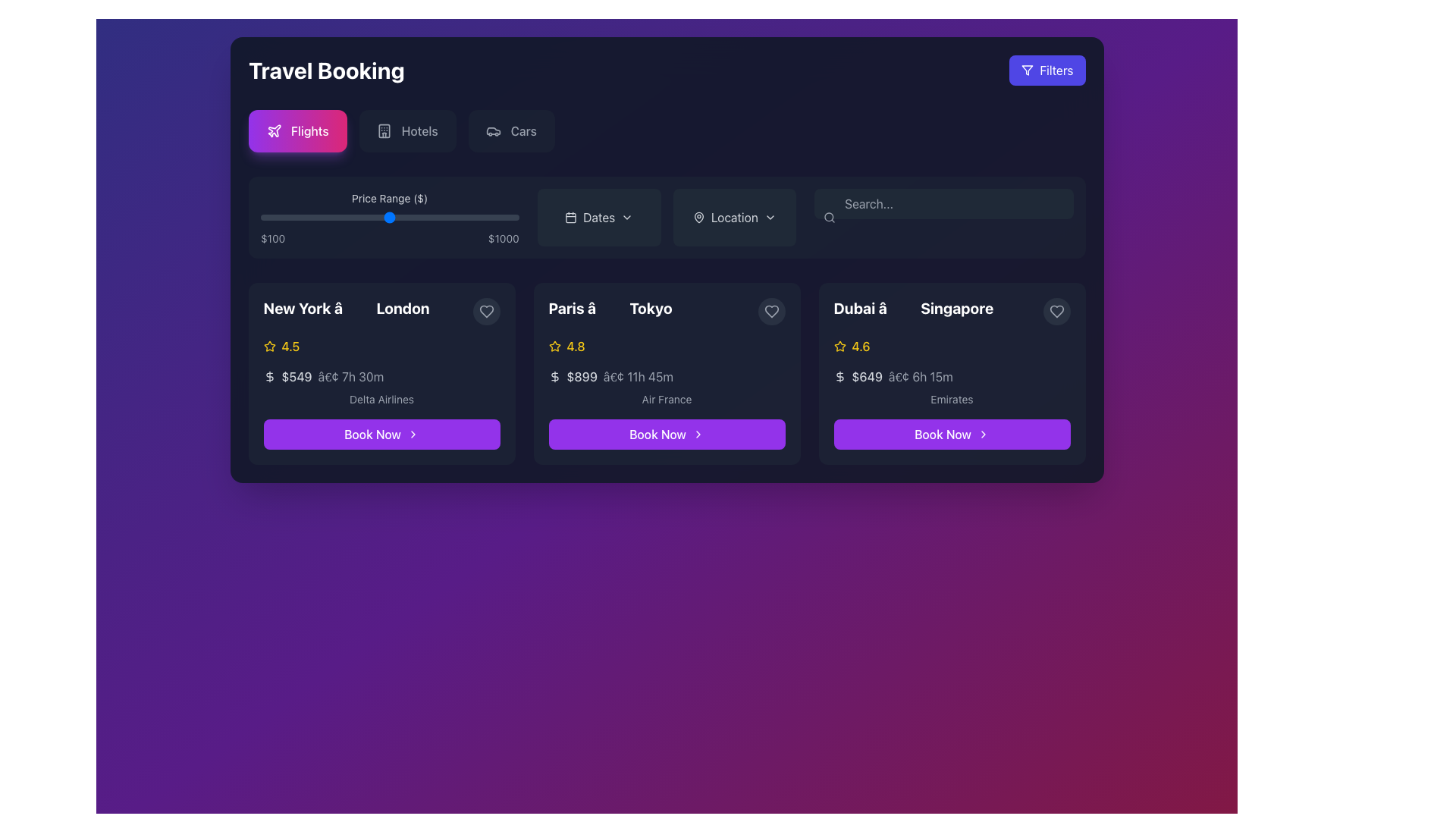 This screenshot has height=819, width=1456. Describe the element at coordinates (861, 346) in the screenshot. I see `displayed rating value on the Text label located in the third card of the travel options, which is positioned next to a star icon` at that location.